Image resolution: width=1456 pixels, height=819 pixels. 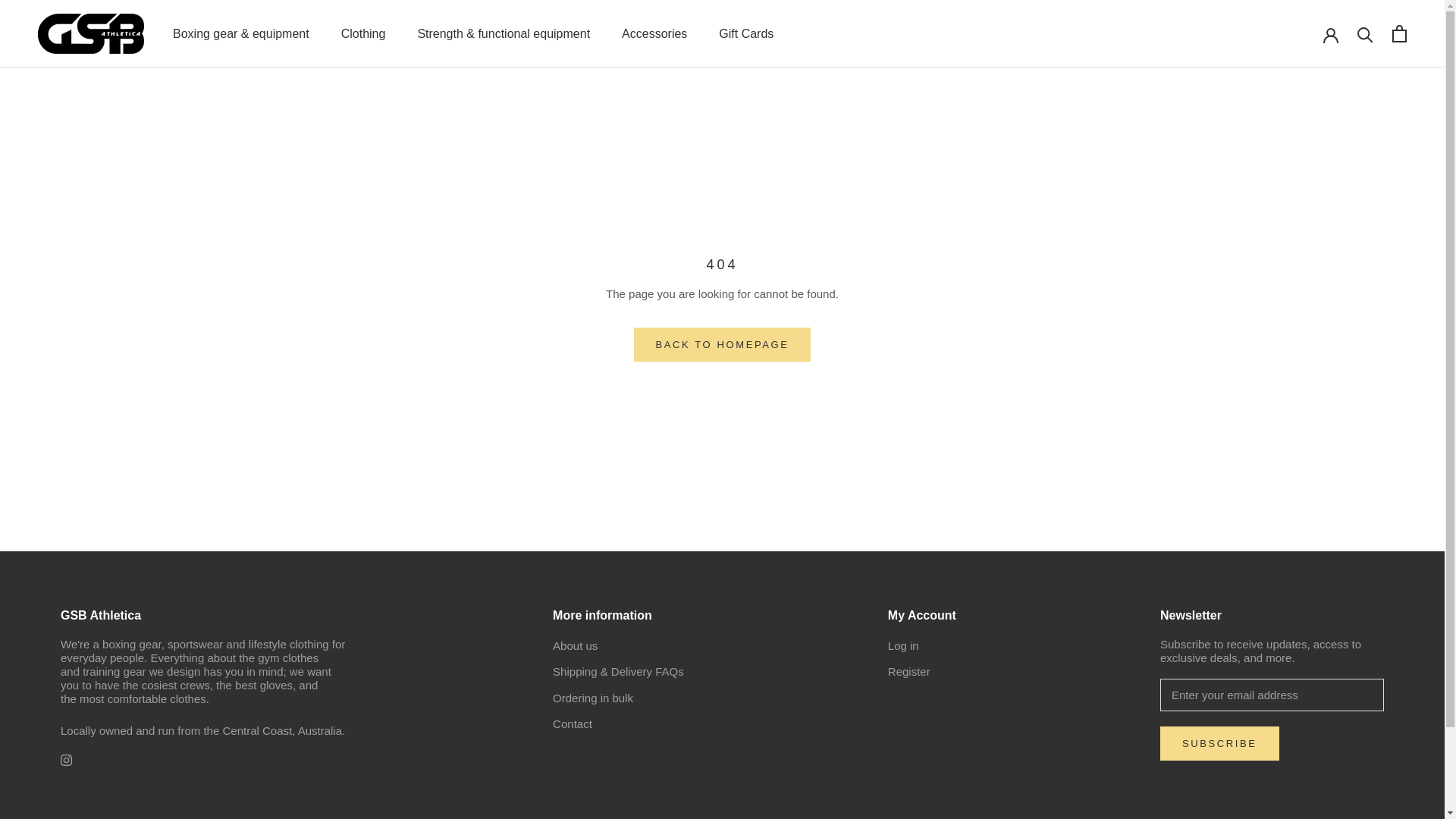 What do you see at coordinates (362, 33) in the screenshot?
I see `'Clothing` at bounding box center [362, 33].